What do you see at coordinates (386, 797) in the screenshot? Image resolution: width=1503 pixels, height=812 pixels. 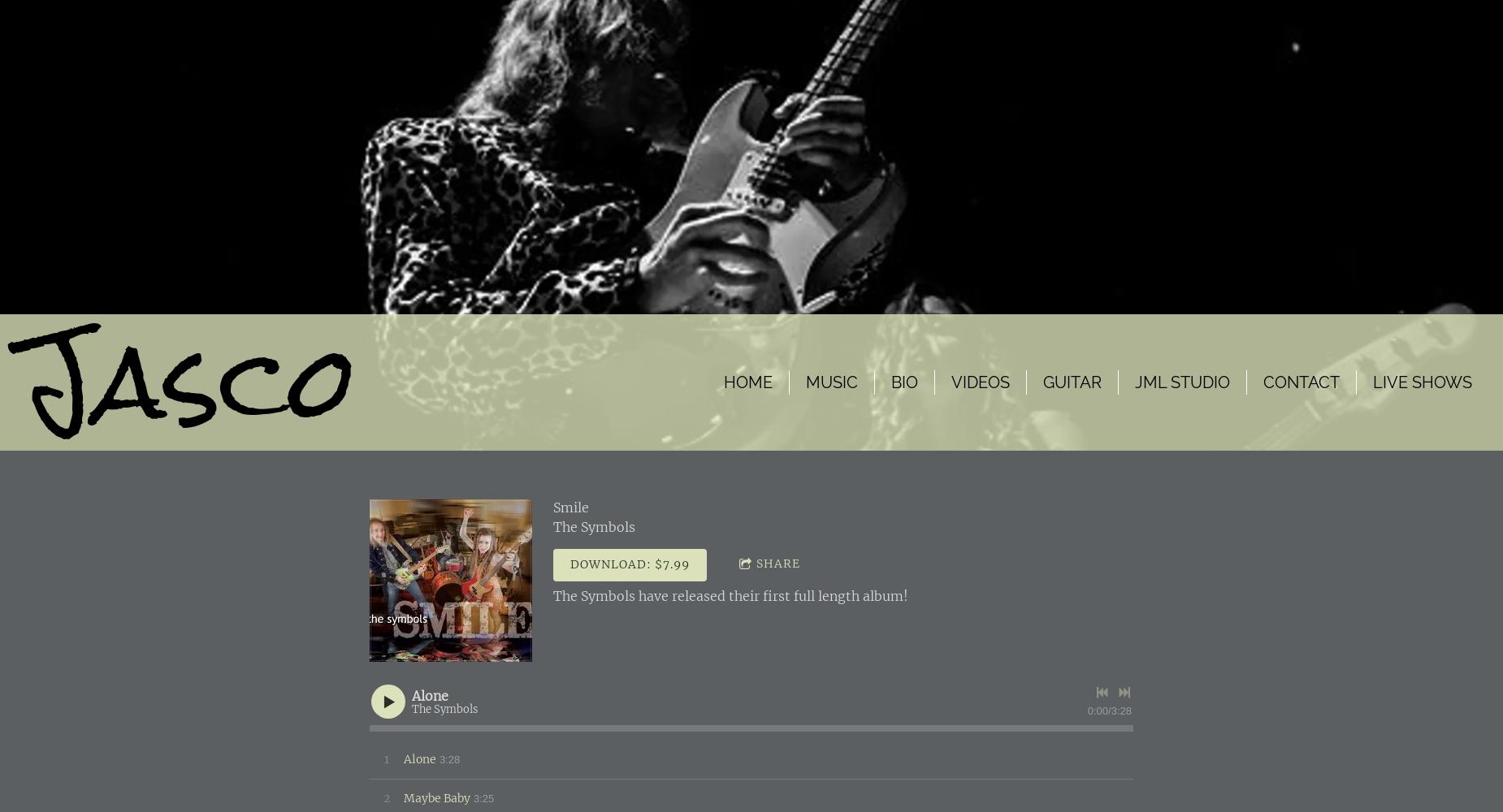 I see `'2'` at bounding box center [386, 797].